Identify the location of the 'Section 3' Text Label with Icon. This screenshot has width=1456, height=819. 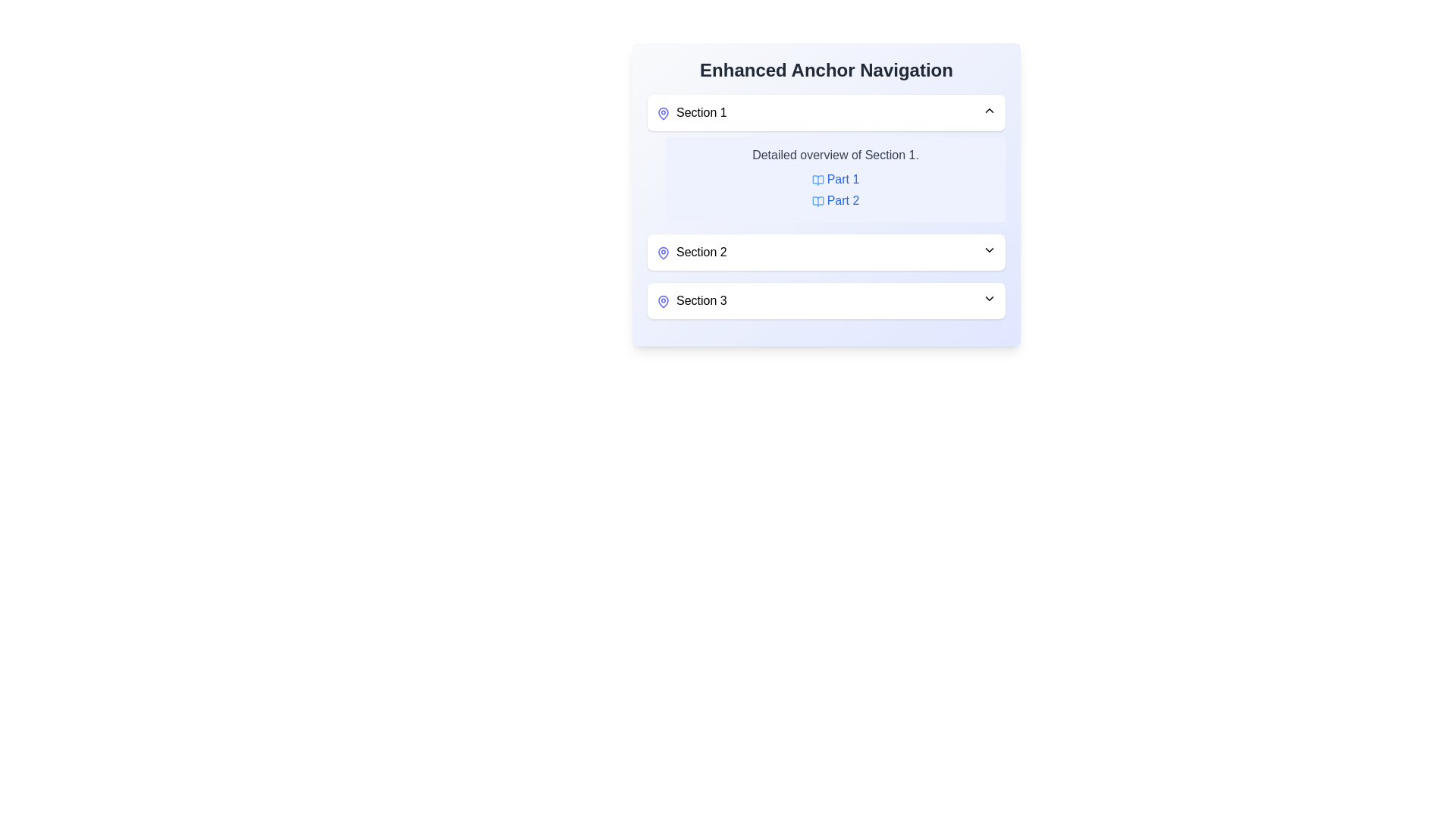
(691, 301).